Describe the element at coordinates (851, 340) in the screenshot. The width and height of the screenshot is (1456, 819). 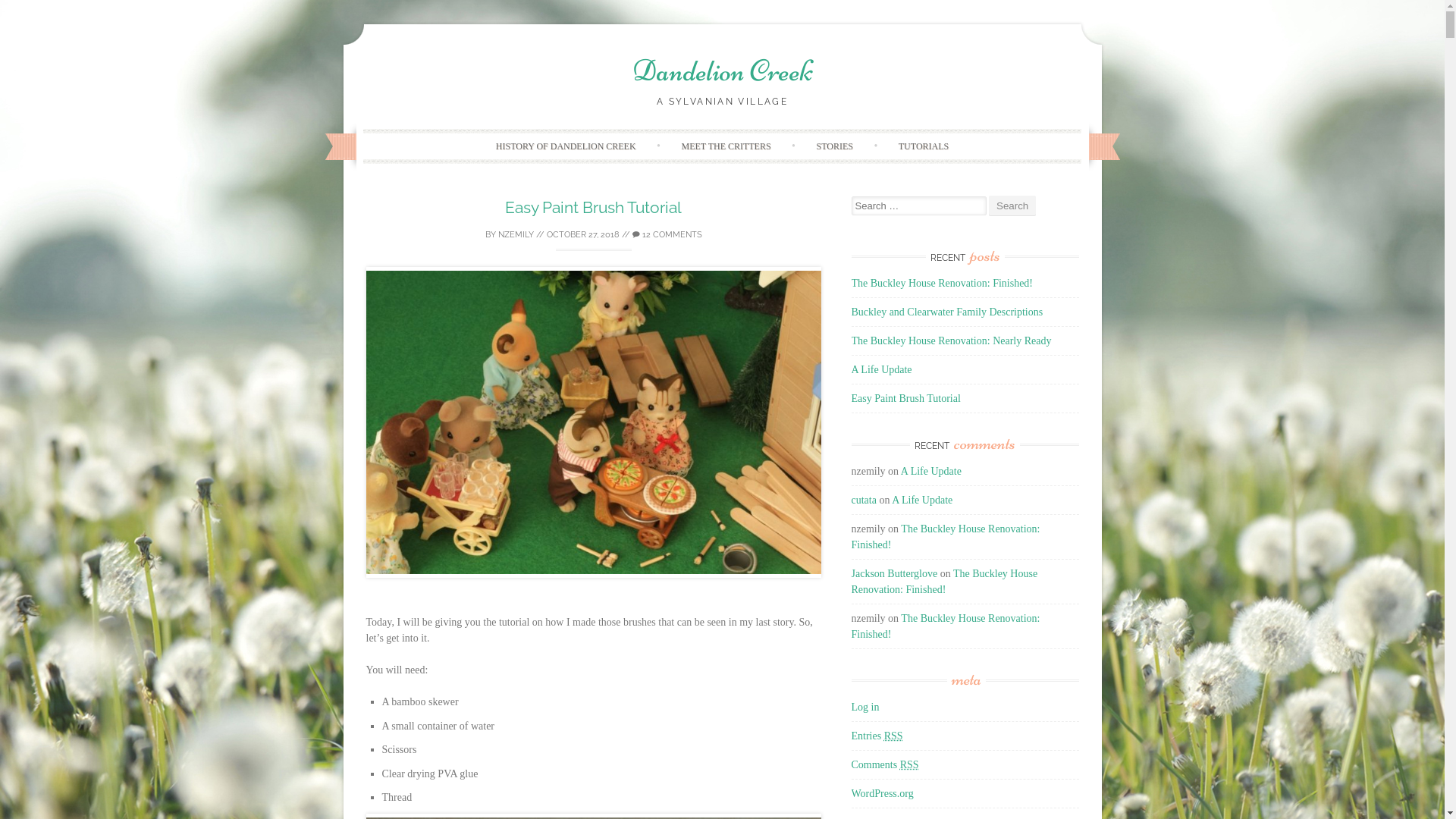
I see `'The Buckley House Renovation: Nearly Ready'` at that location.